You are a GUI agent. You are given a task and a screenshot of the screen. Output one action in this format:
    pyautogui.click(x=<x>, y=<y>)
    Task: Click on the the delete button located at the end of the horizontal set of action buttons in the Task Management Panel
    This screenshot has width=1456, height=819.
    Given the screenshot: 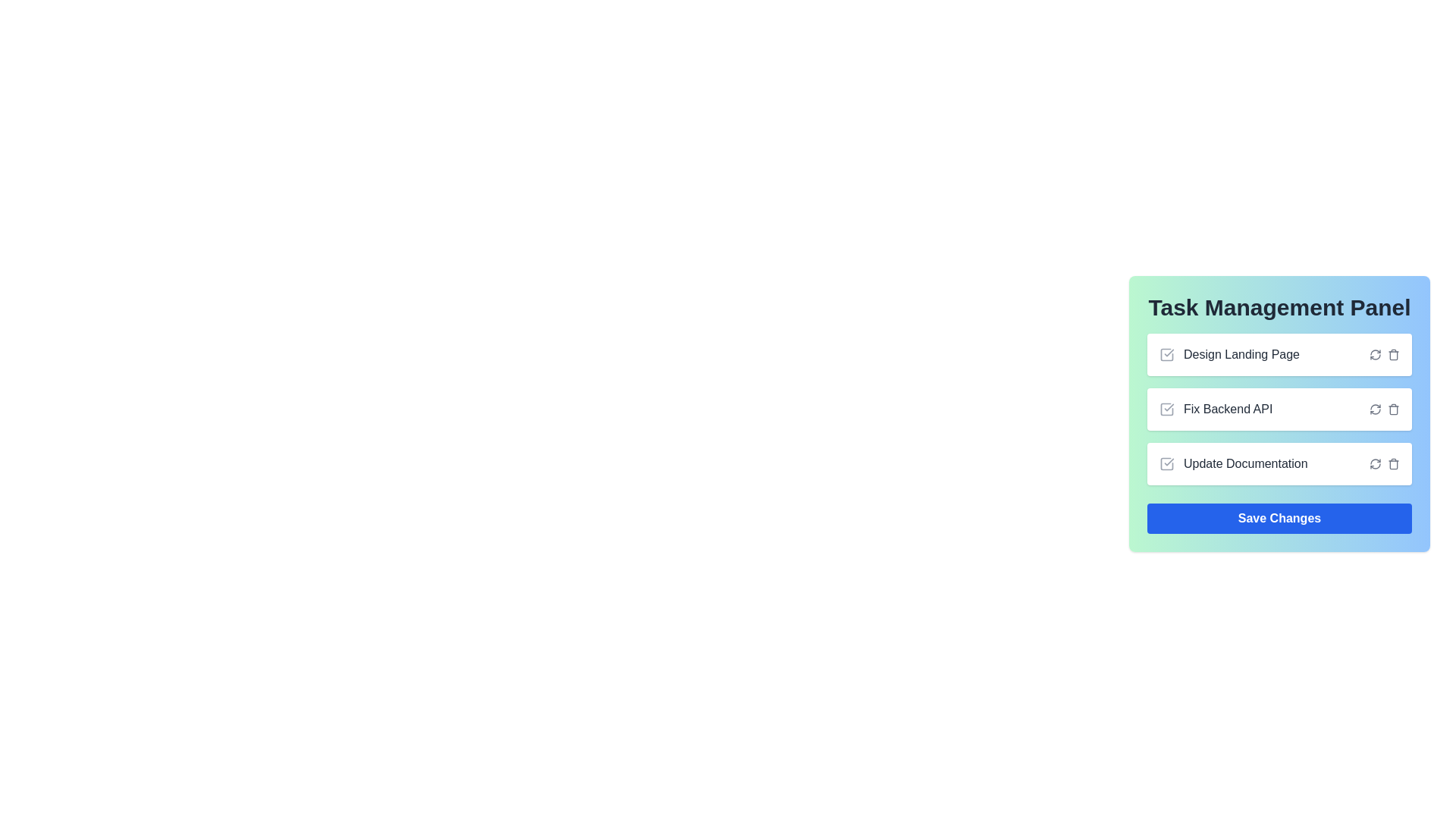 What is the action you would take?
    pyautogui.click(x=1394, y=463)
    